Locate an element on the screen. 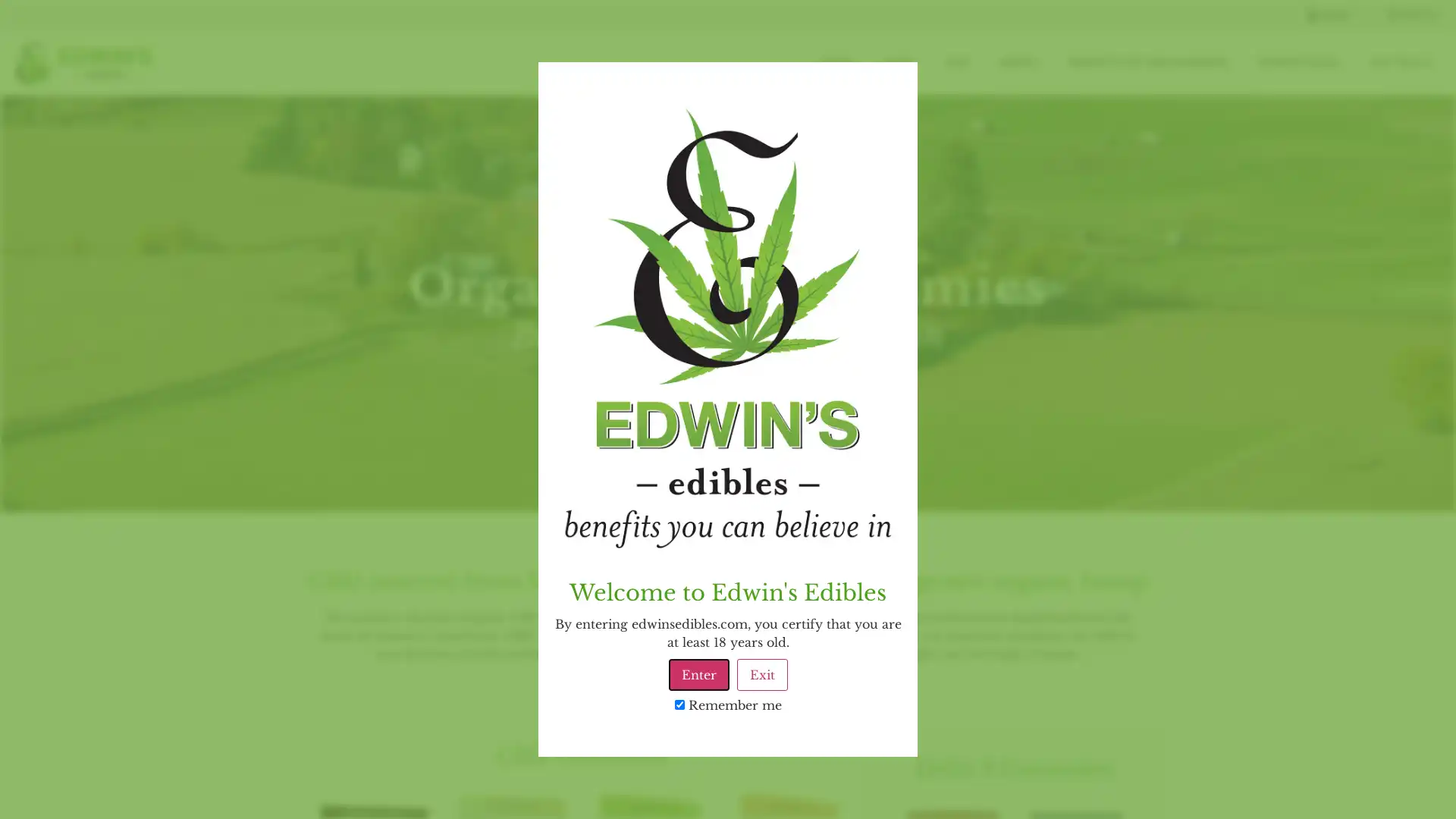 This screenshot has height=819, width=1456. Enter is located at coordinates (698, 674).